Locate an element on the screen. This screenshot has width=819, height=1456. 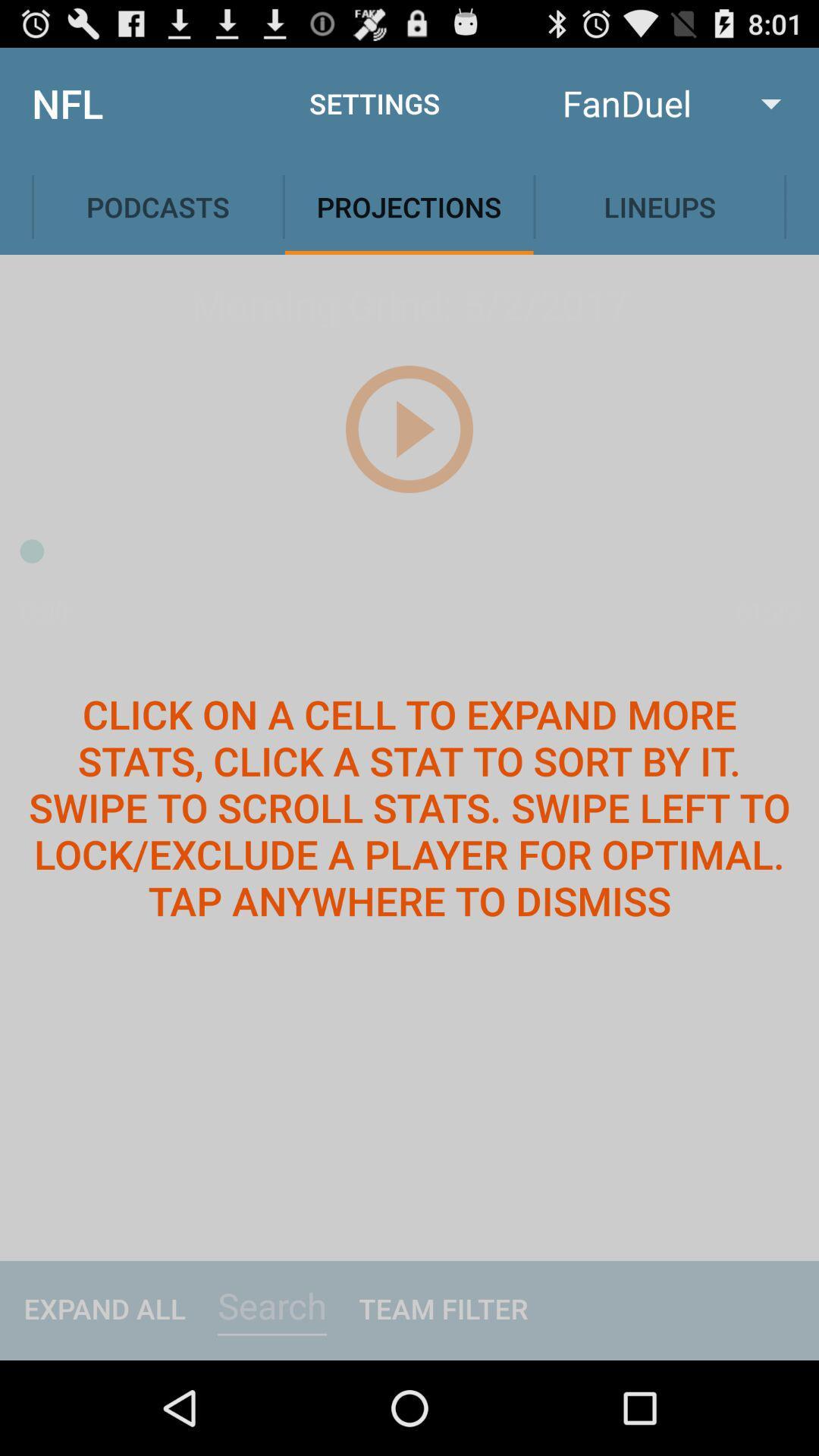
the play icon is located at coordinates (408, 428).